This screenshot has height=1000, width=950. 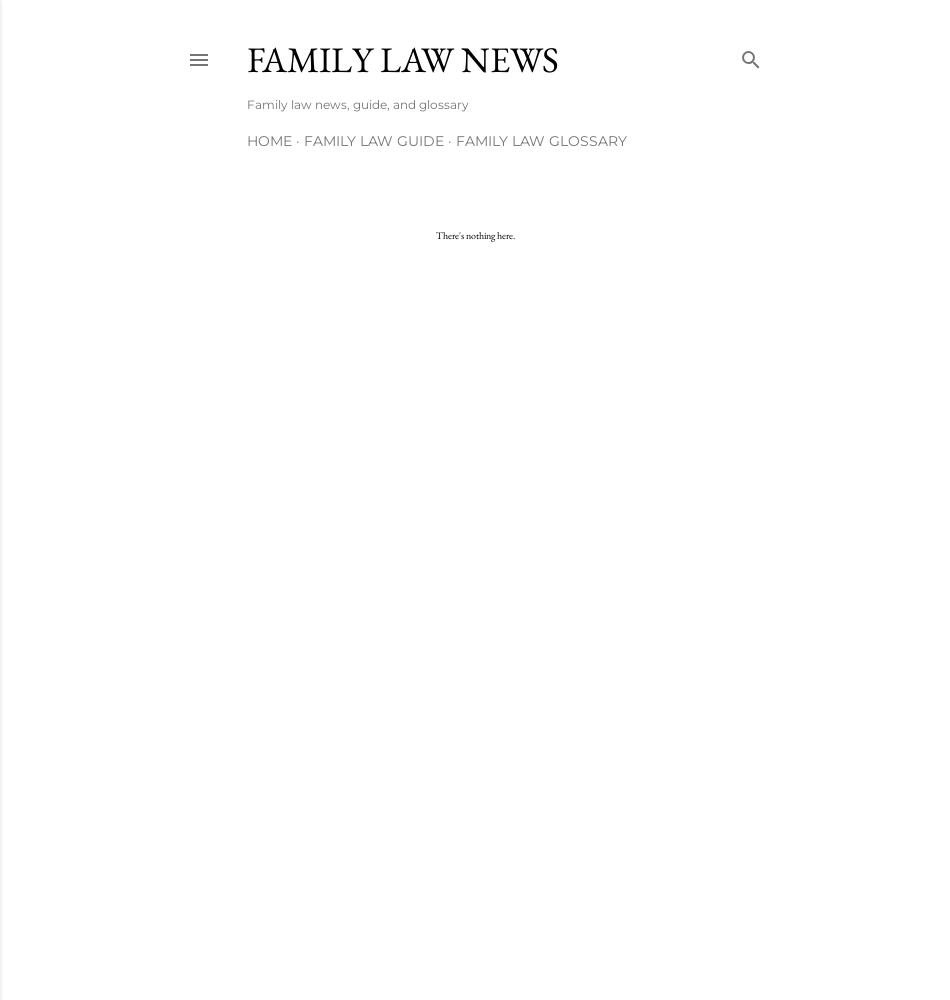 I want to click on 'Family Law News', so click(x=246, y=59).